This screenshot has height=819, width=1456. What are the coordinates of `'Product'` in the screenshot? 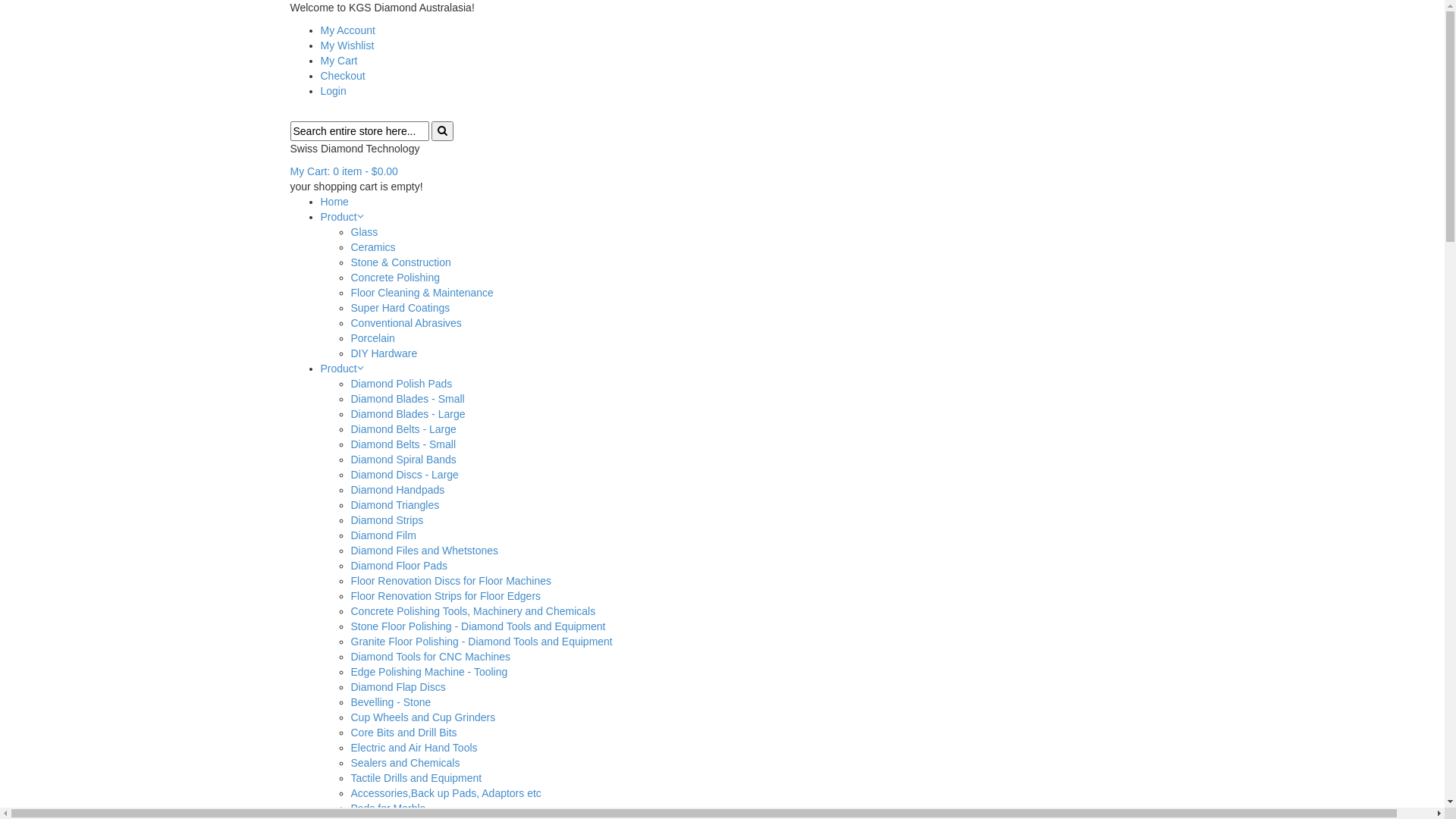 It's located at (337, 216).